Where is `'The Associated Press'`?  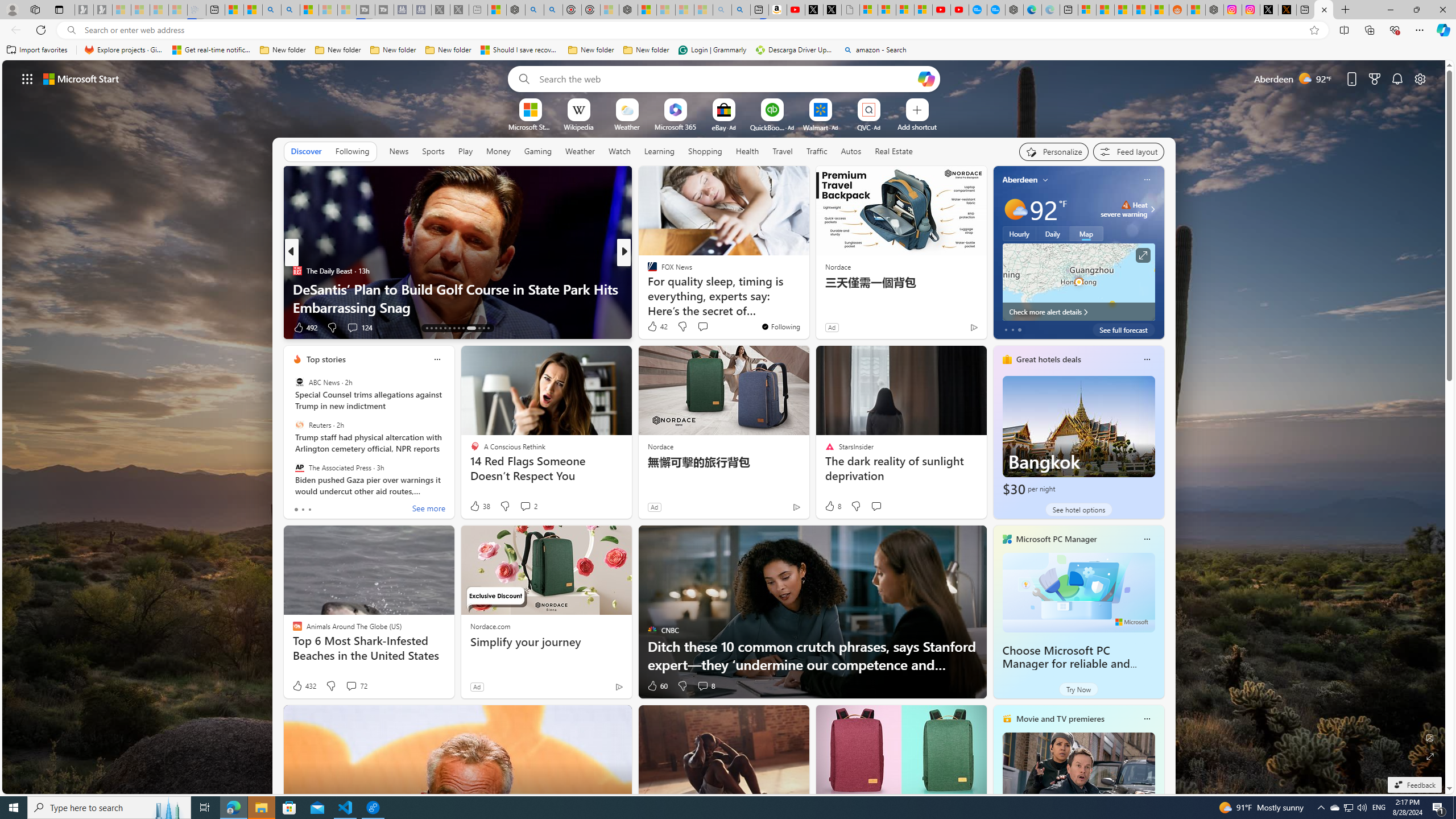
'The Associated Press' is located at coordinates (299, 466).